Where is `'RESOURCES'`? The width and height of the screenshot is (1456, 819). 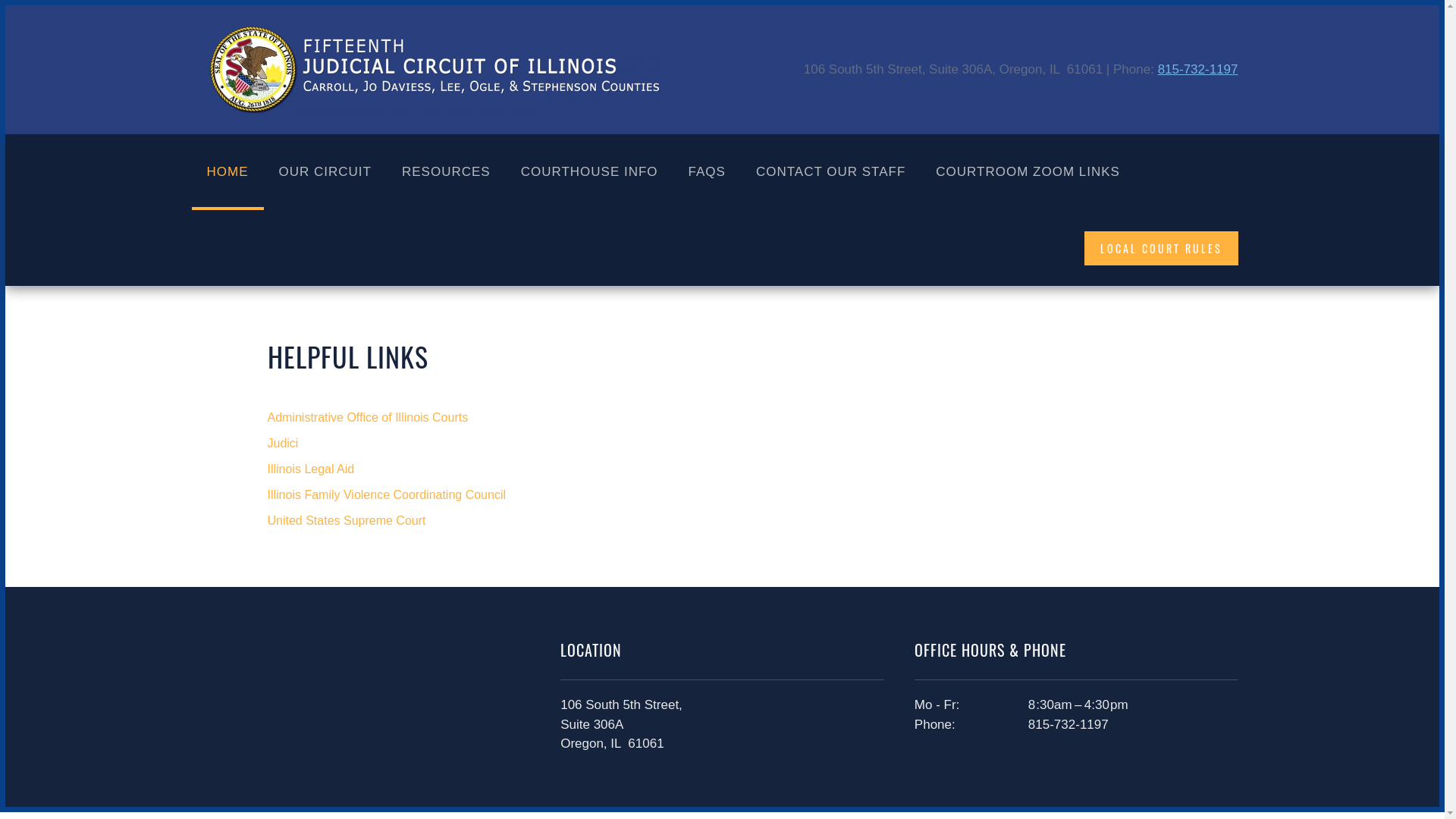 'RESOURCES' is located at coordinates (445, 171).